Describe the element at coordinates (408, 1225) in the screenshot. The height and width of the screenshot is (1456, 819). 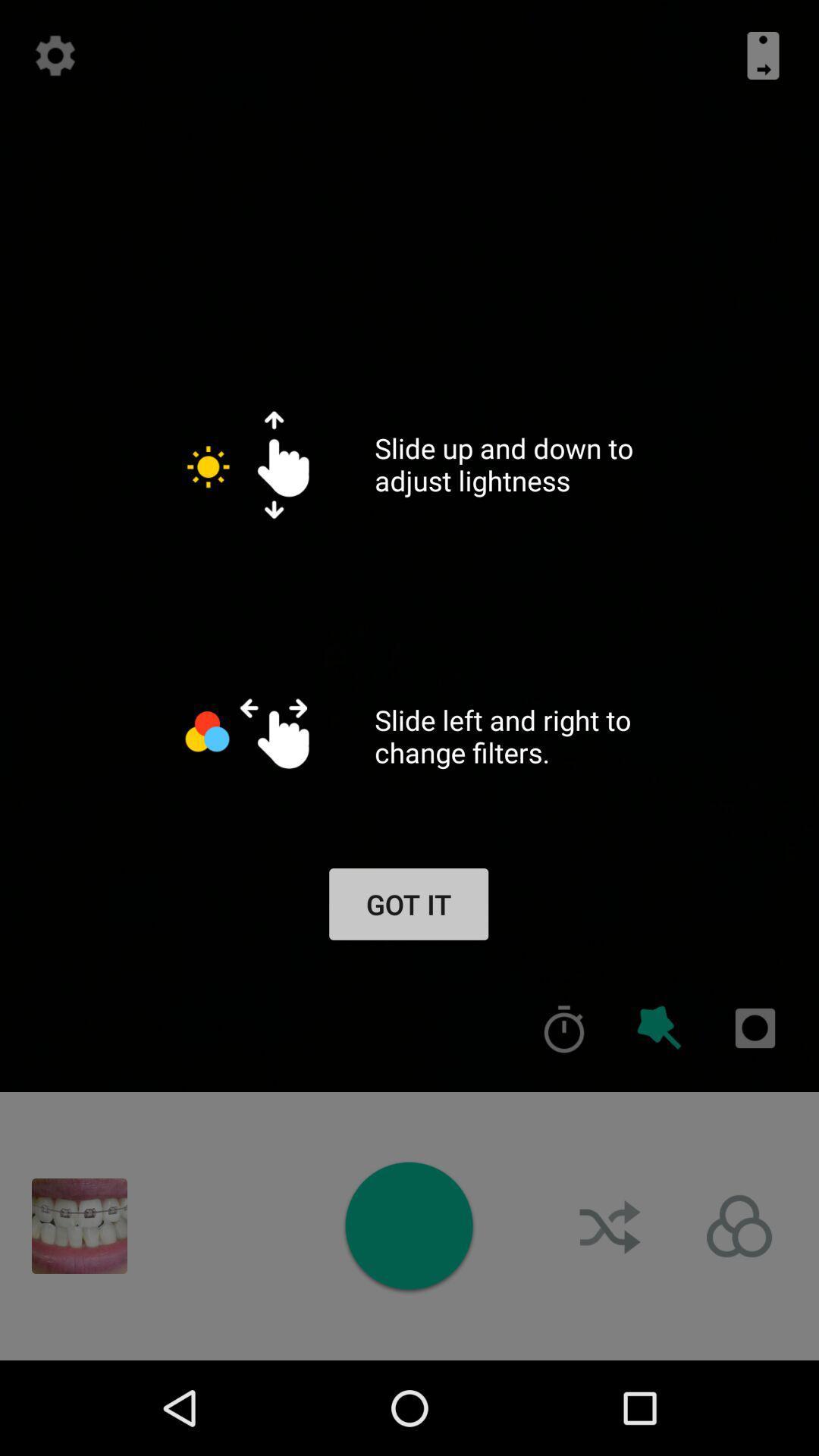
I see `take a picture` at that location.